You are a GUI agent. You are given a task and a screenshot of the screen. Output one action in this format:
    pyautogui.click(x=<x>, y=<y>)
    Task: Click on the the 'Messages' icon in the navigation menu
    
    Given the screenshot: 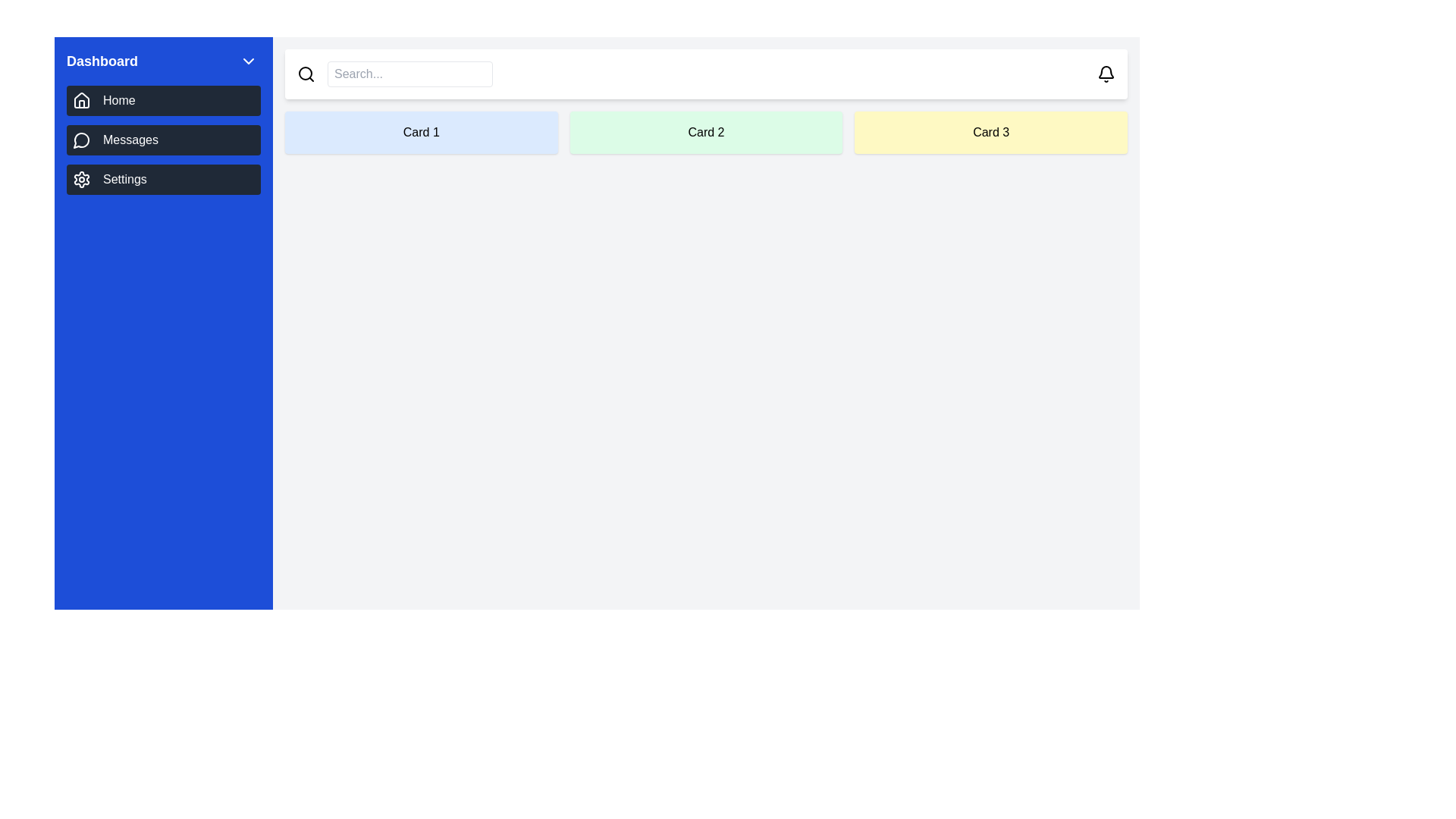 What is the action you would take?
    pyautogui.click(x=80, y=140)
    